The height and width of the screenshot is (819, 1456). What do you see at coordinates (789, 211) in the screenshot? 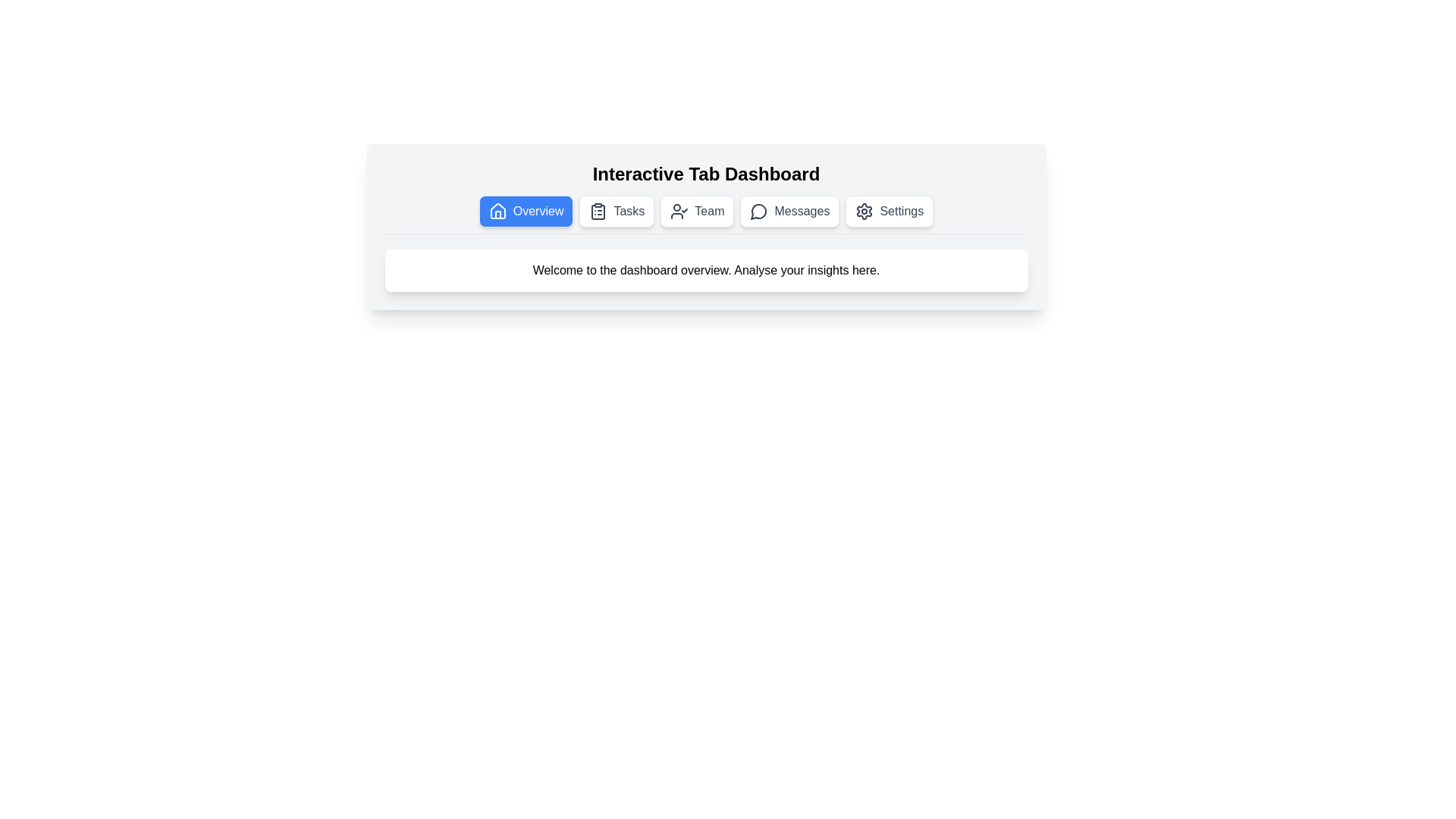
I see `the 'Messages' button, which is the fourth button in the menu bar` at bounding box center [789, 211].